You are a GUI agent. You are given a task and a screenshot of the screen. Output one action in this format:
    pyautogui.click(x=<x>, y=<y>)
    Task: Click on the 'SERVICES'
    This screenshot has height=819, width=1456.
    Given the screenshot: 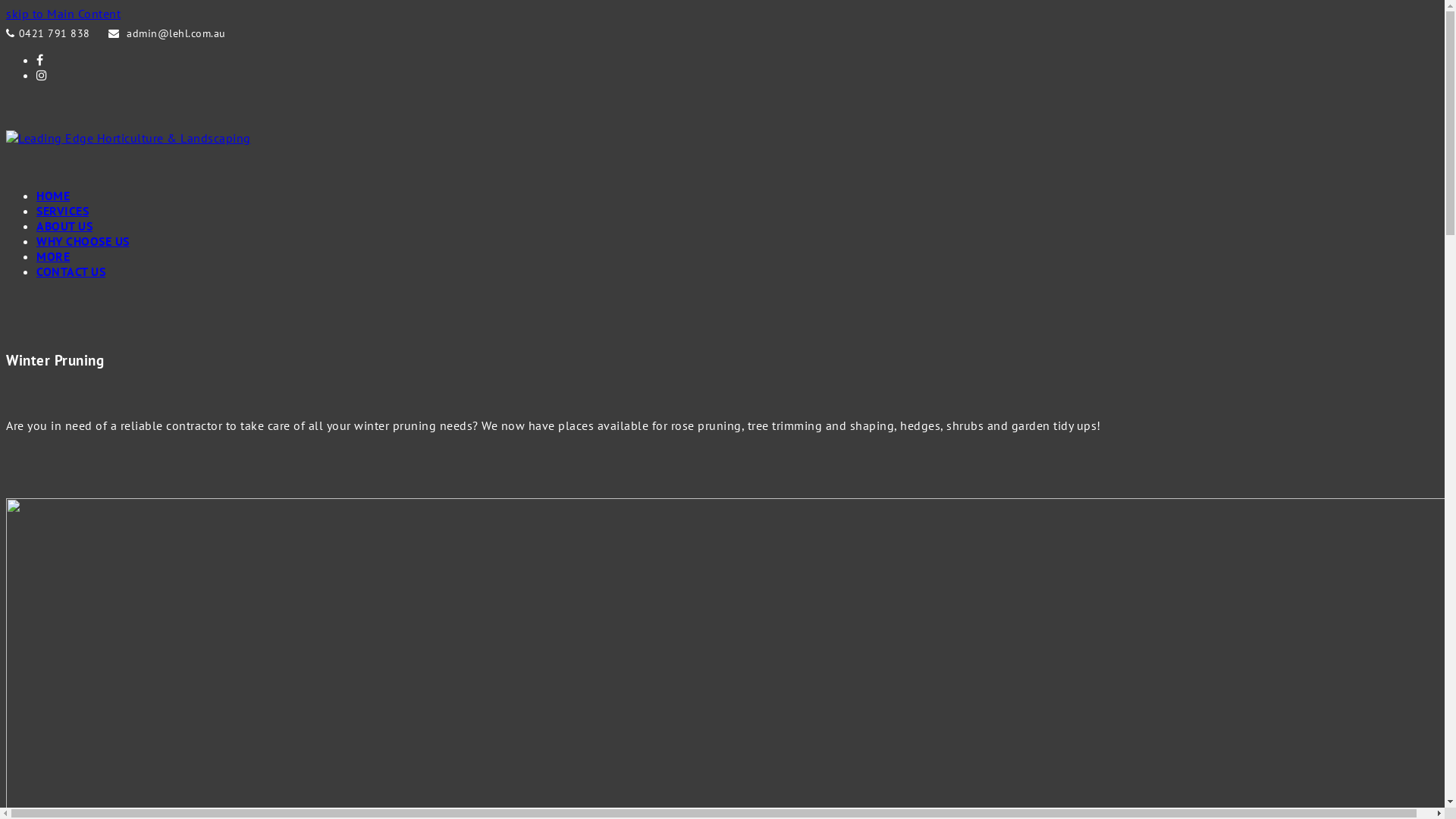 What is the action you would take?
    pyautogui.click(x=61, y=210)
    